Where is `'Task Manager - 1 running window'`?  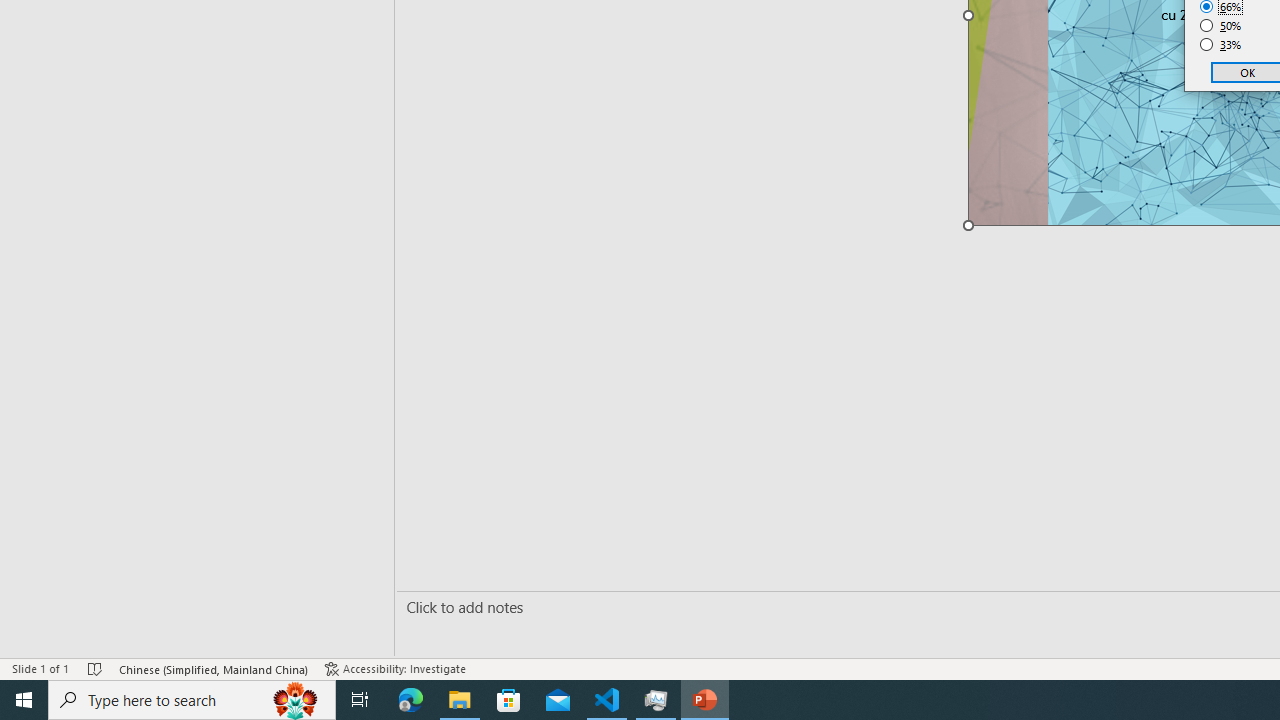
'Task Manager - 1 running window' is located at coordinates (656, 698).